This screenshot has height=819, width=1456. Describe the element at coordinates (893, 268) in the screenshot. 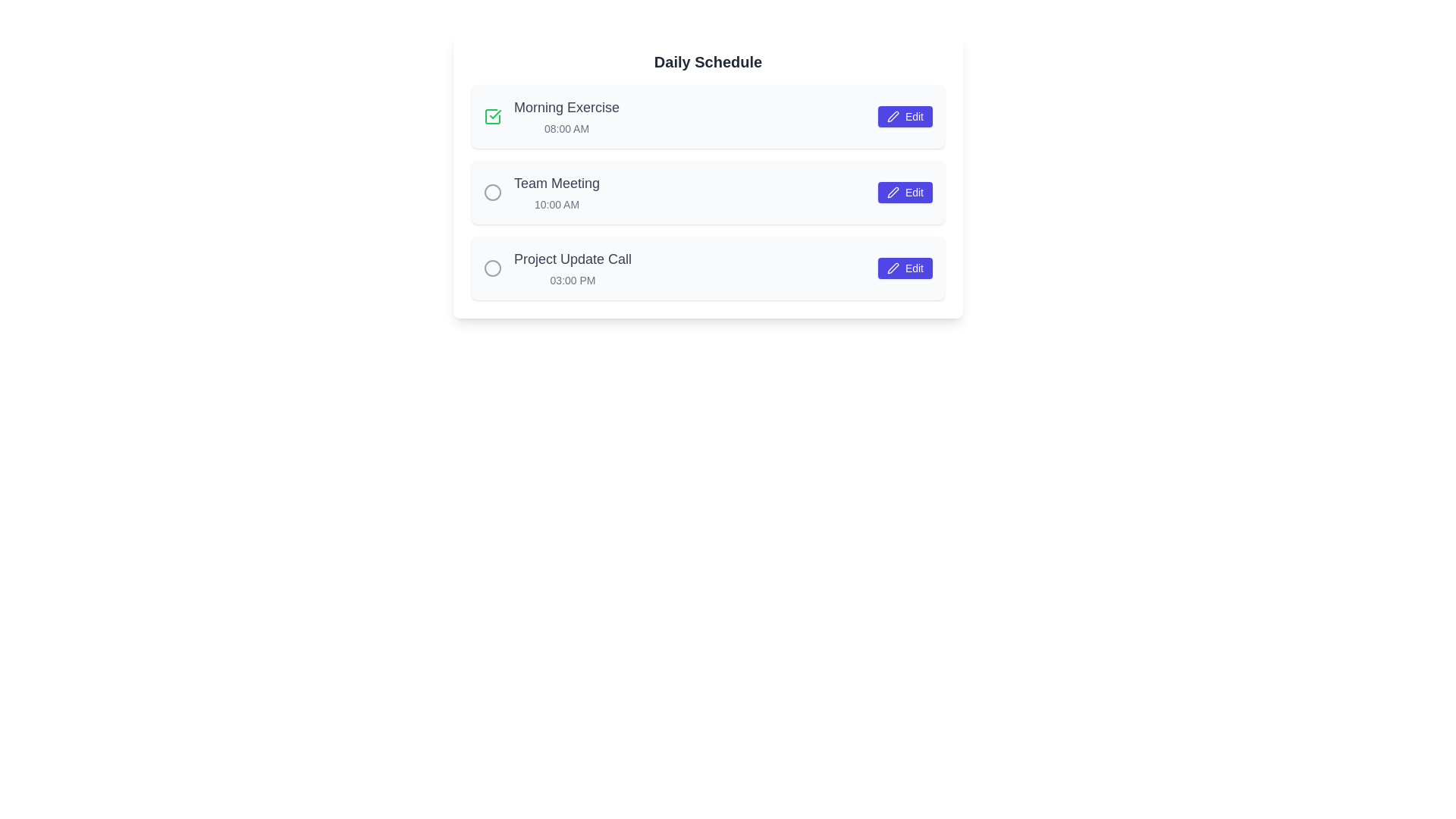

I see `the edit icon located on the 'Edit' button for the 'Project Update Call' schedule entry, indicating its functionality for editing` at that location.